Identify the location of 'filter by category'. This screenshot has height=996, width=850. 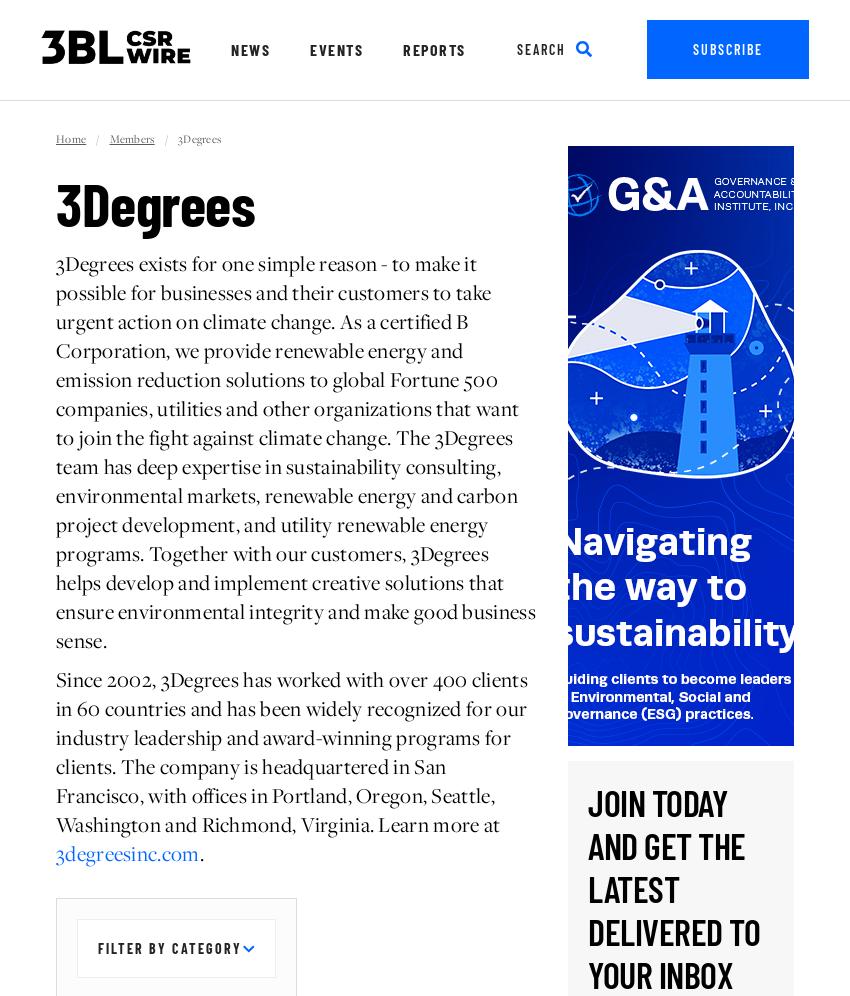
(170, 948).